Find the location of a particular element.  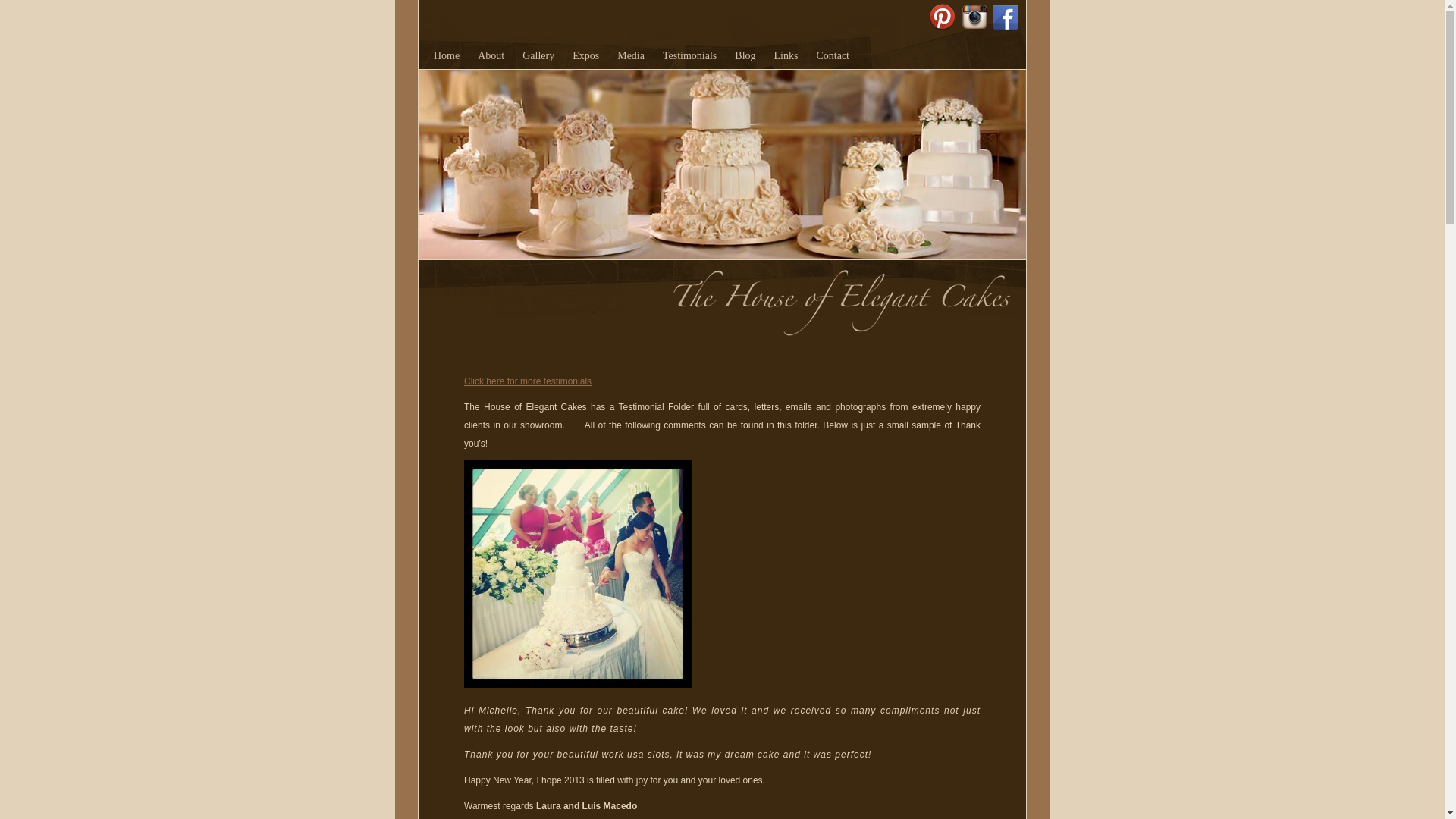

'Media' is located at coordinates (630, 55).